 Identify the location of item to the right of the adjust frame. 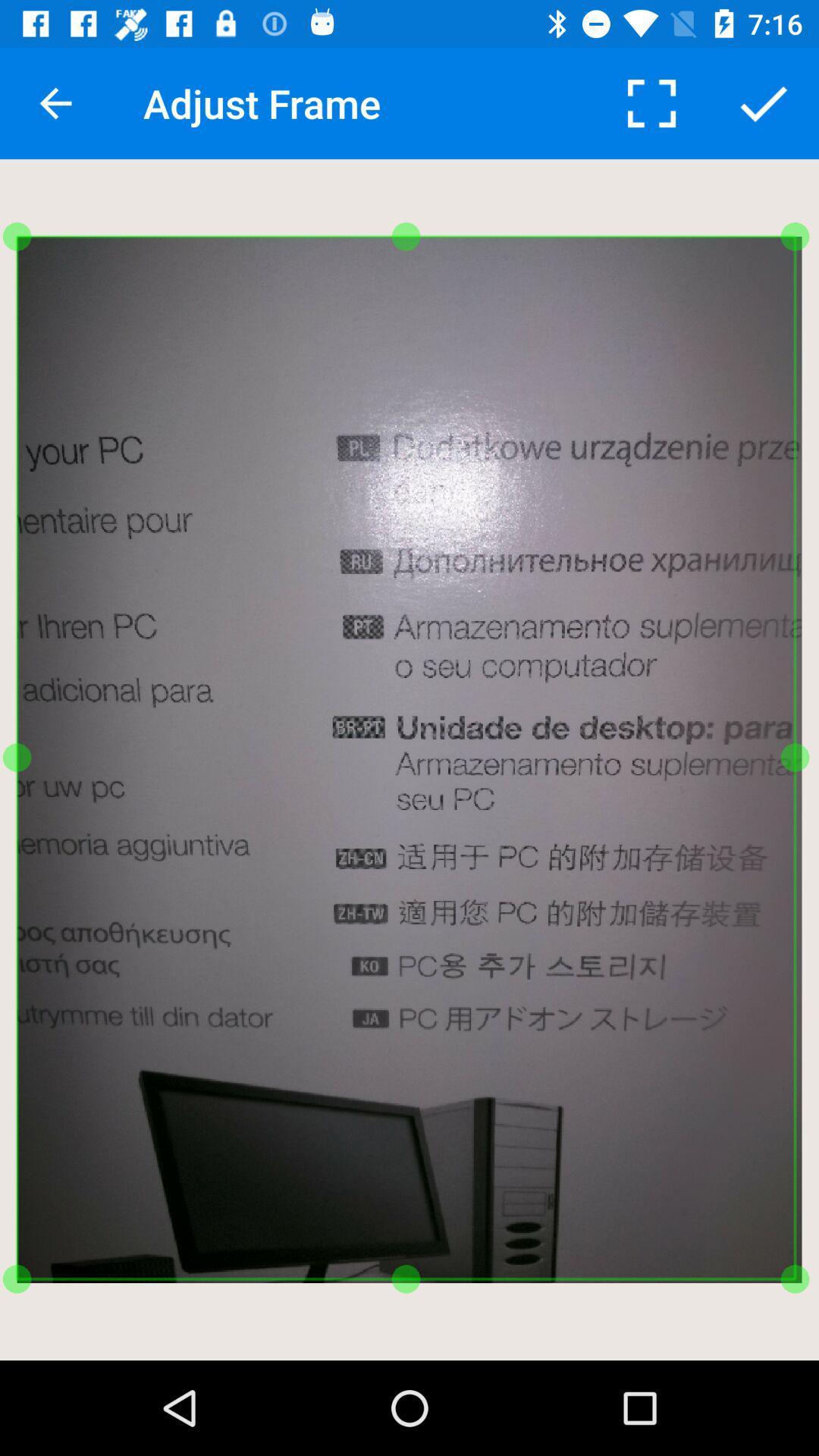
(651, 102).